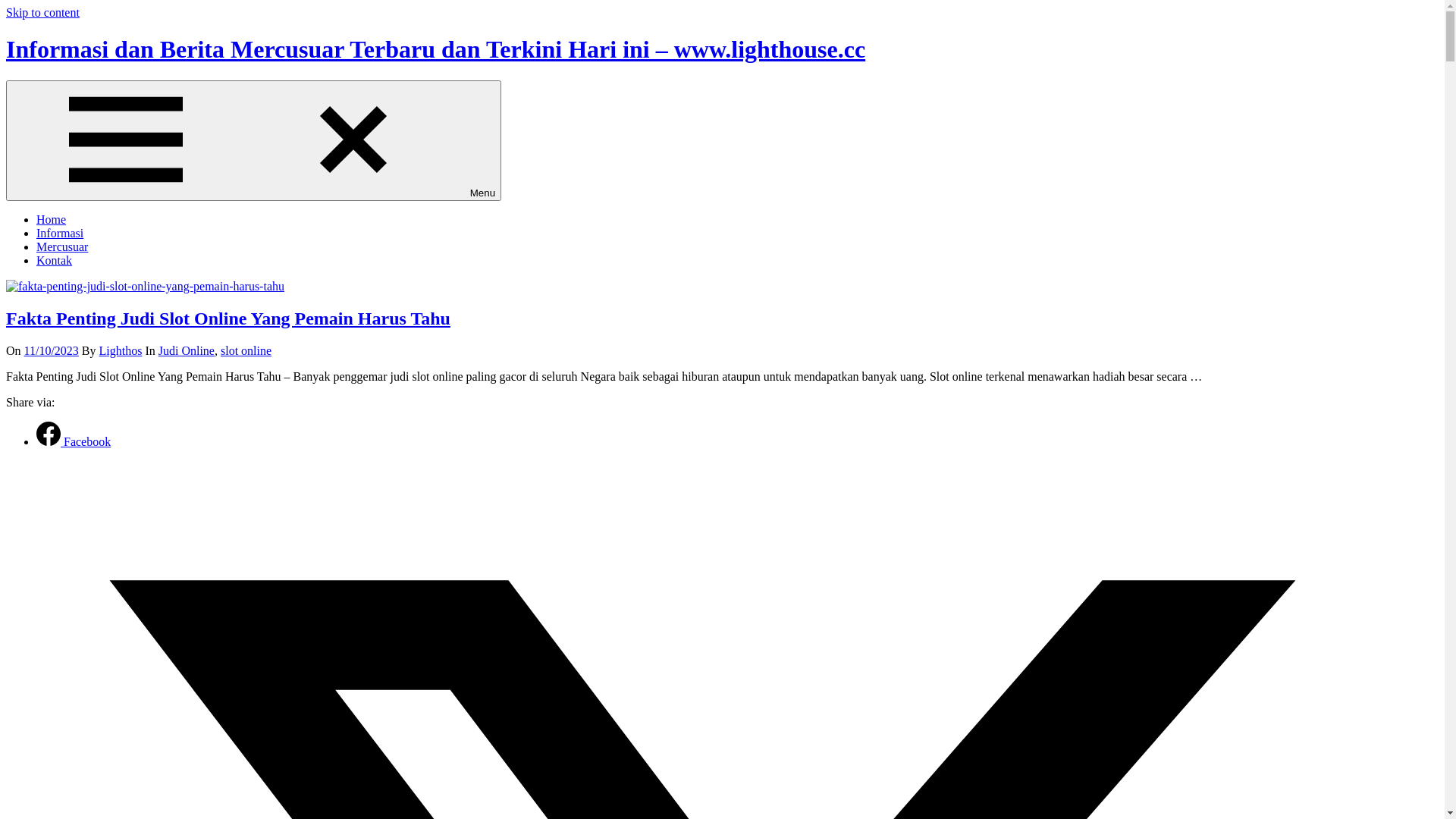  I want to click on 'Skip to content', so click(42, 12).